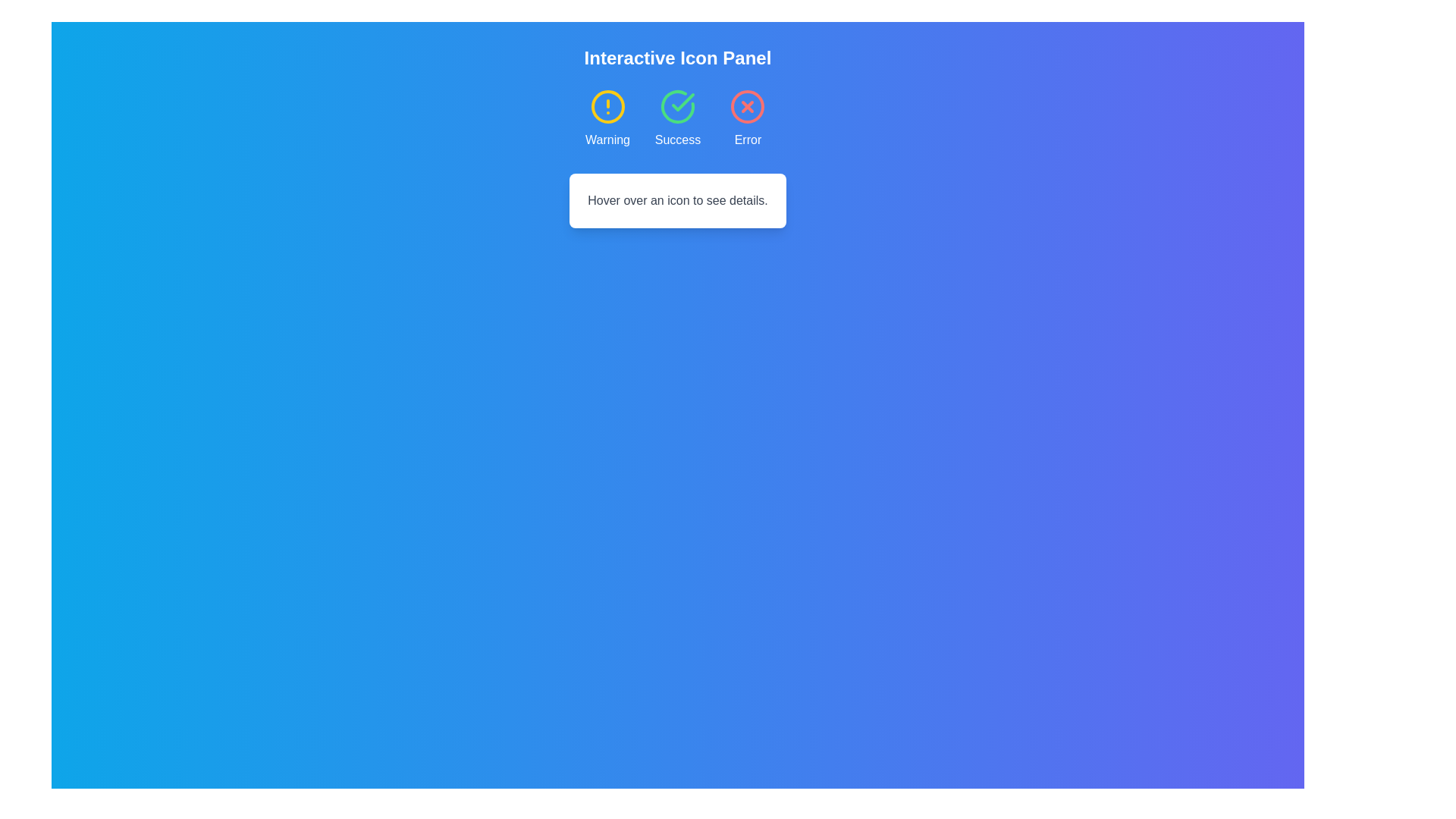 The height and width of the screenshot is (819, 1456). Describe the element at coordinates (676, 140) in the screenshot. I see `the text label displaying 'Success', which is styled in white text and positioned below the green checkmark icon` at that location.